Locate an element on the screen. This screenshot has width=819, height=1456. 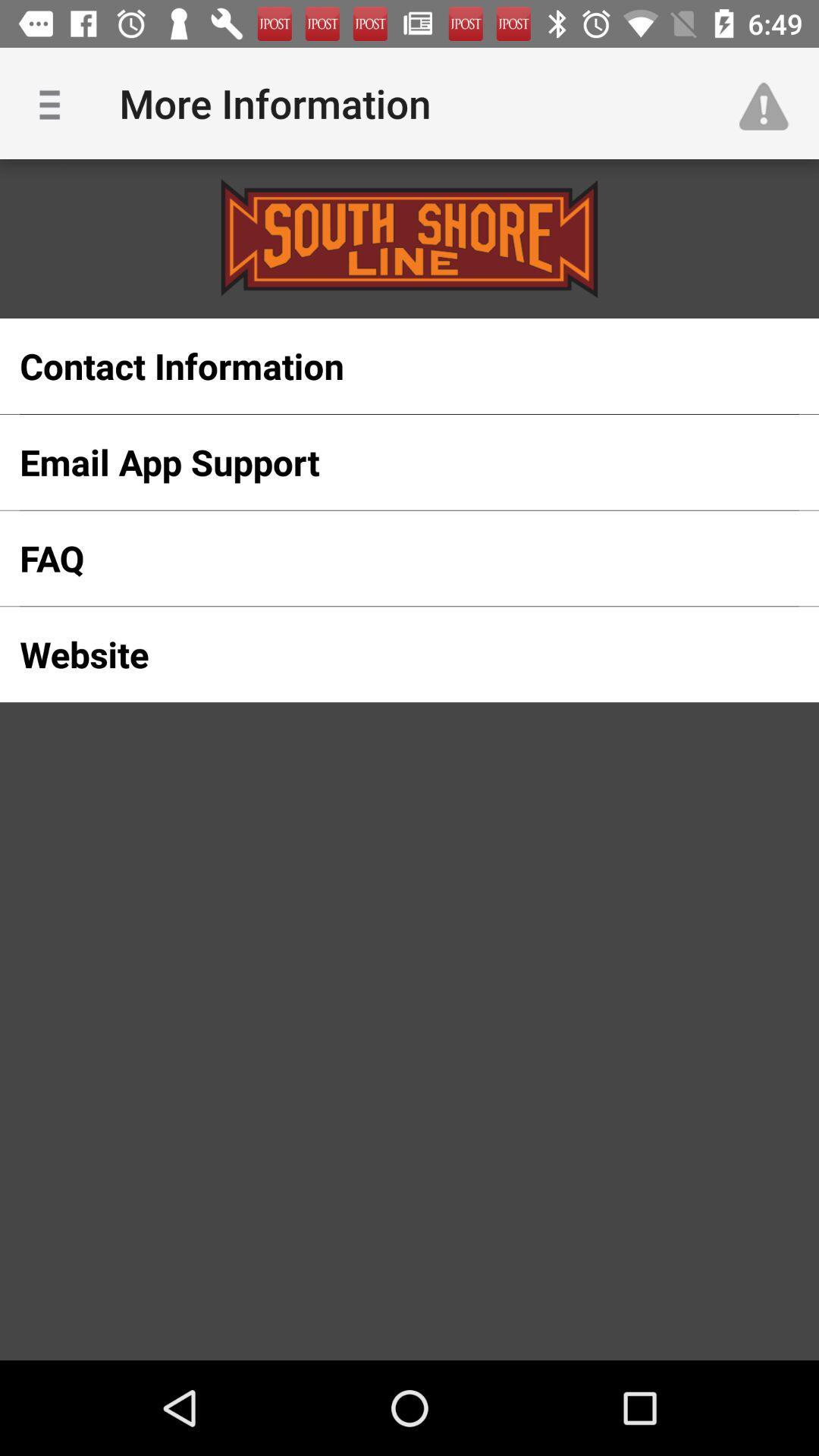
icon at the top left corner is located at coordinates (55, 102).